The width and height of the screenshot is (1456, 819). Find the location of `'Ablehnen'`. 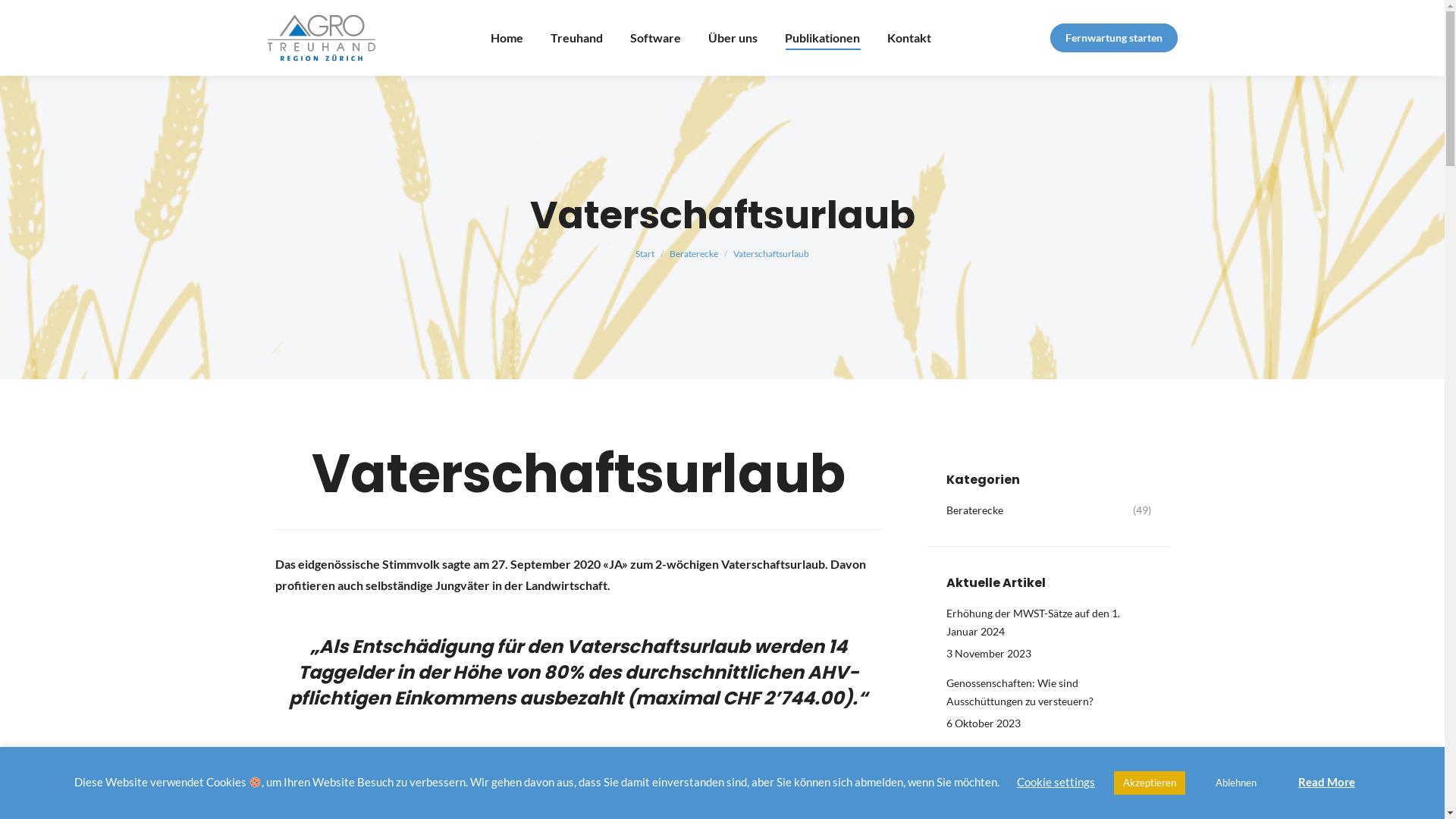

'Ablehnen' is located at coordinates (1236, 783).